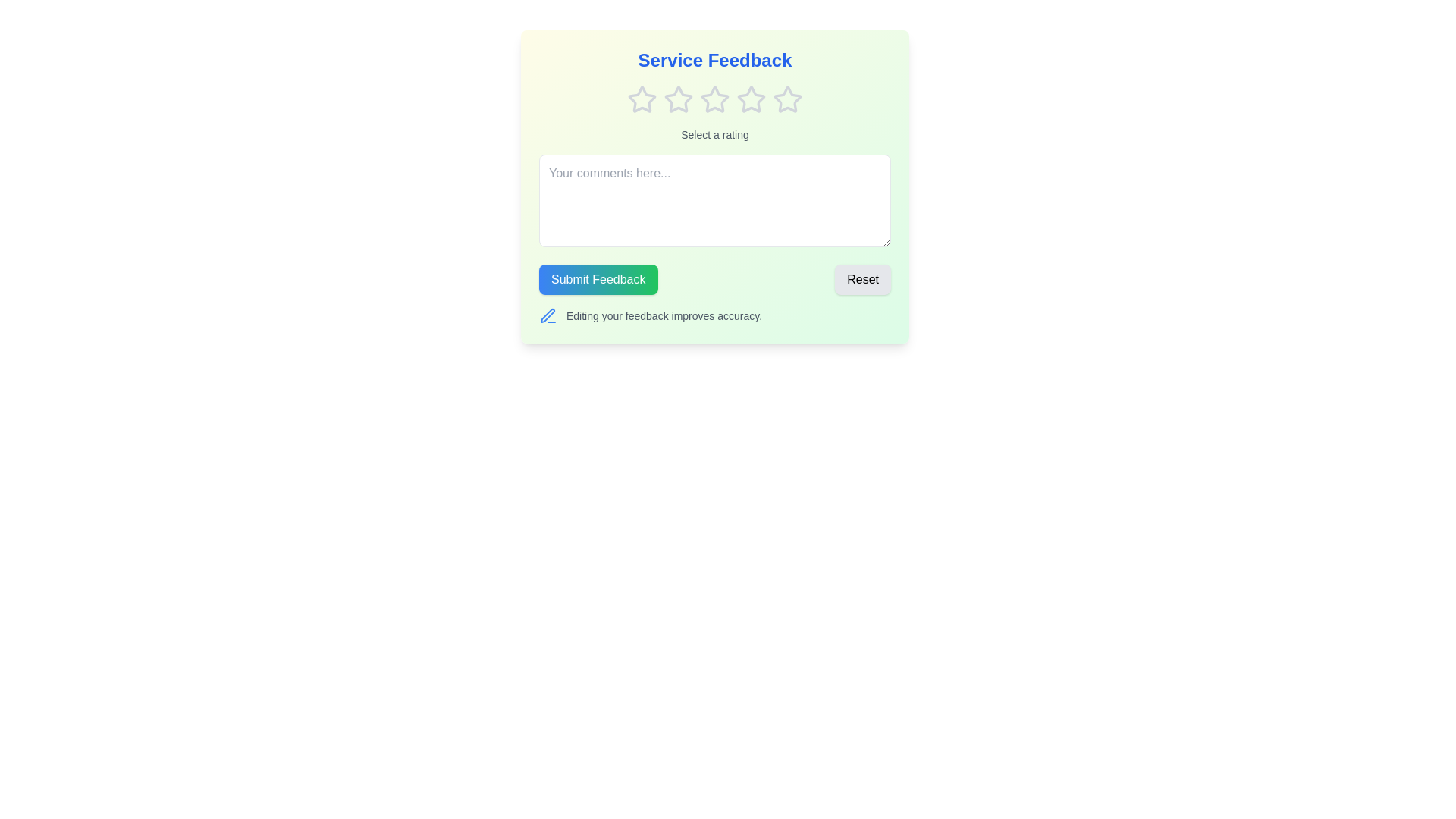  What do you see at coordinates (714, 315) in the screenshot?
I see `the informational message with a pen icon that reads 'Editing your feedback improves accuracy.' located below the 'Submit Feedback' and 'Reset' buttons` at bounding box center [714, 315].